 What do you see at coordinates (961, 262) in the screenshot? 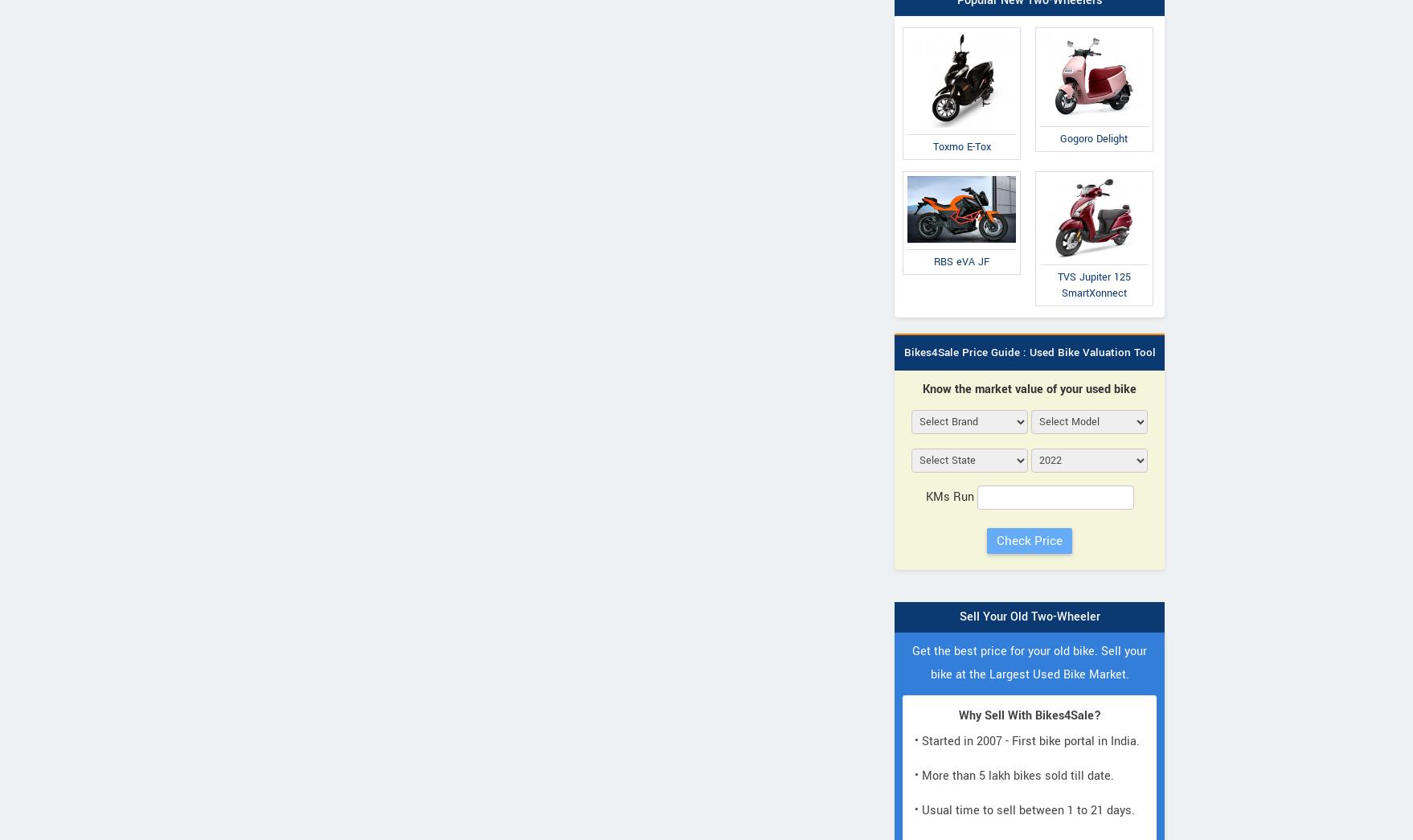
I see `'RBS eVA JF'` at bounding box center [961, 262].